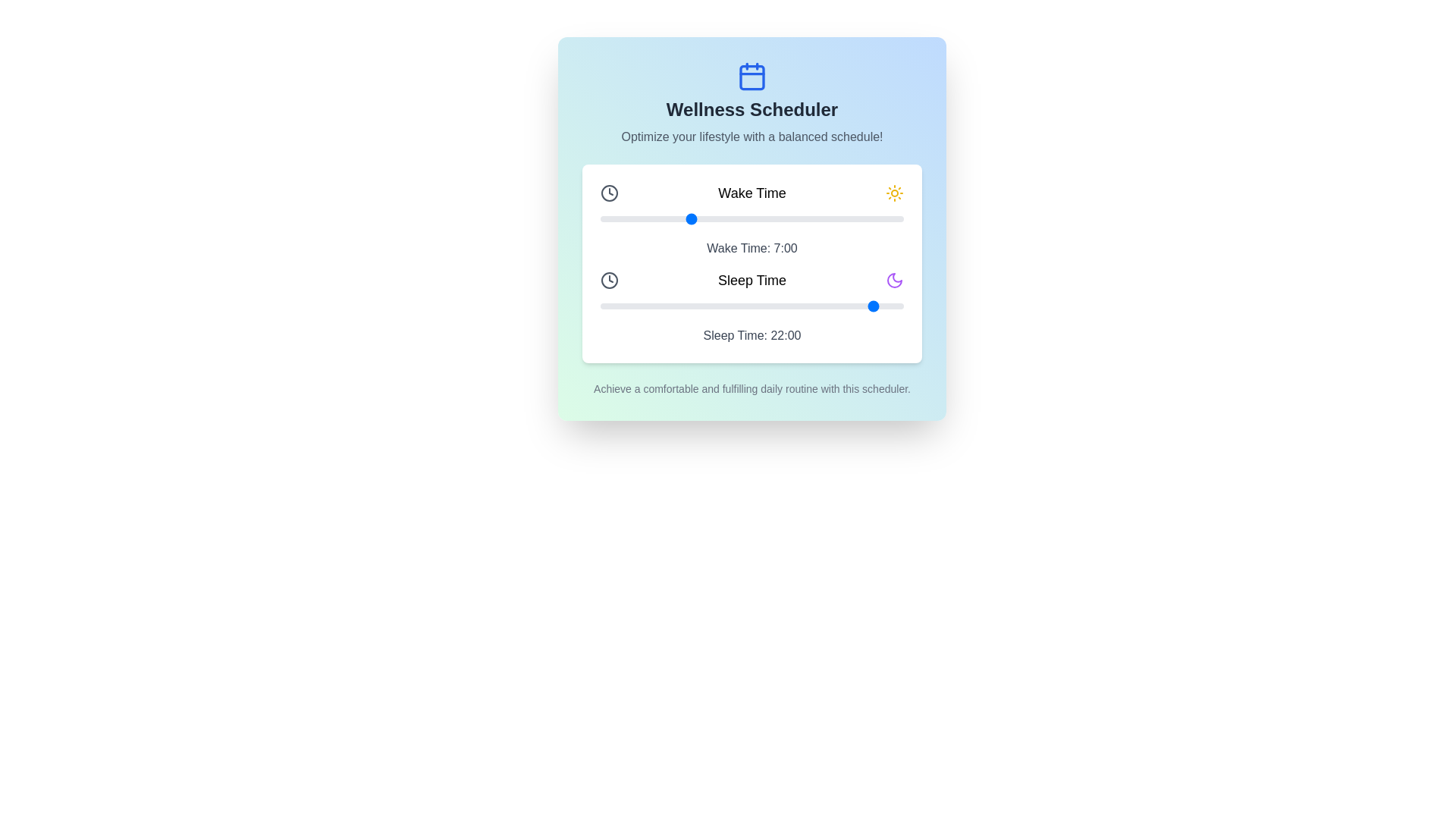 This screenshot has height=819, width=1456. Describe the element at coordinates (789, 219) in the screenshot. I see `the wake time` at that location.